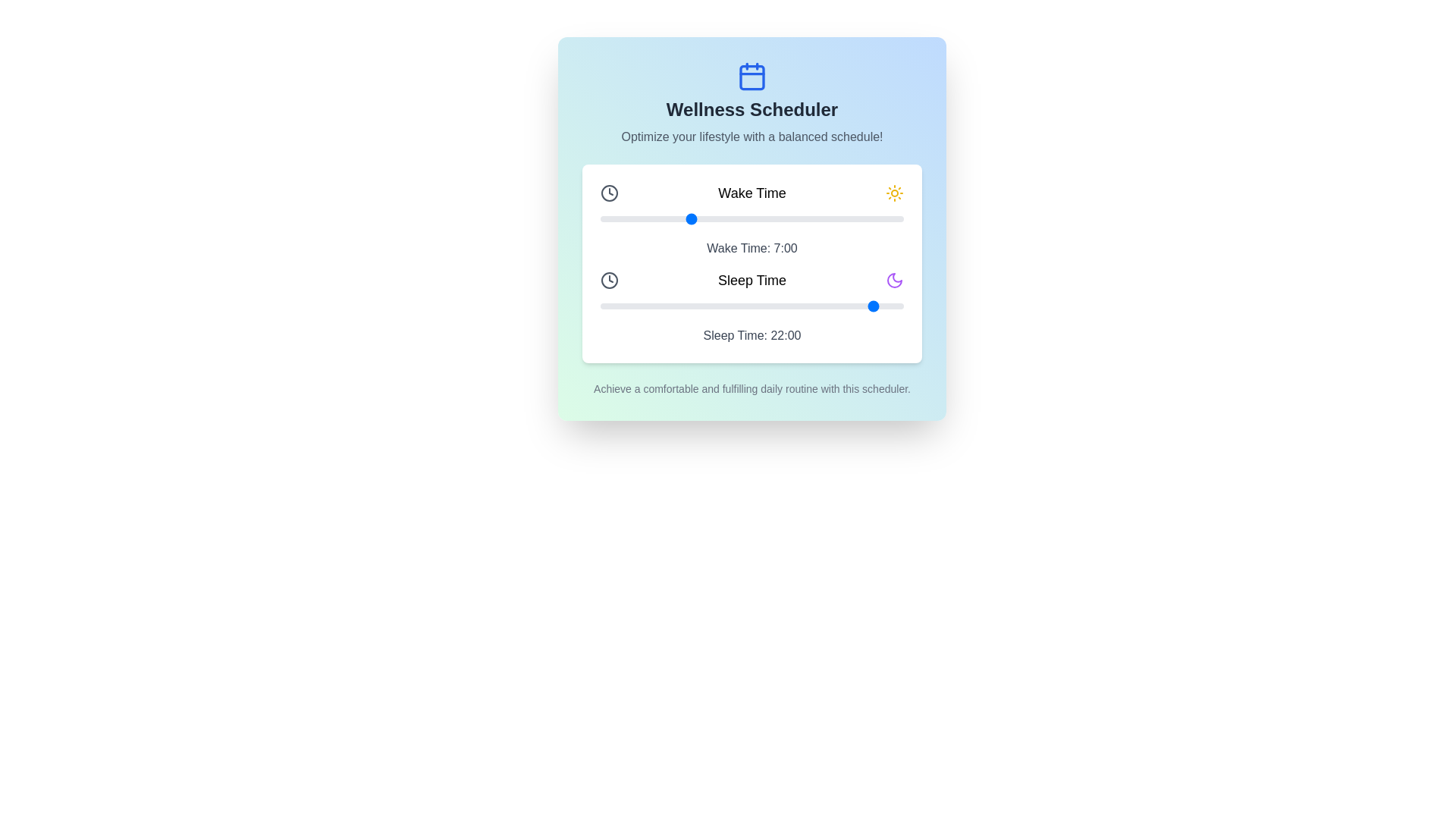 This screenshot has height=819, width=1456. Describe the element at coordinates (789, 219) in the screenshot. I see `the wake time` at that location.